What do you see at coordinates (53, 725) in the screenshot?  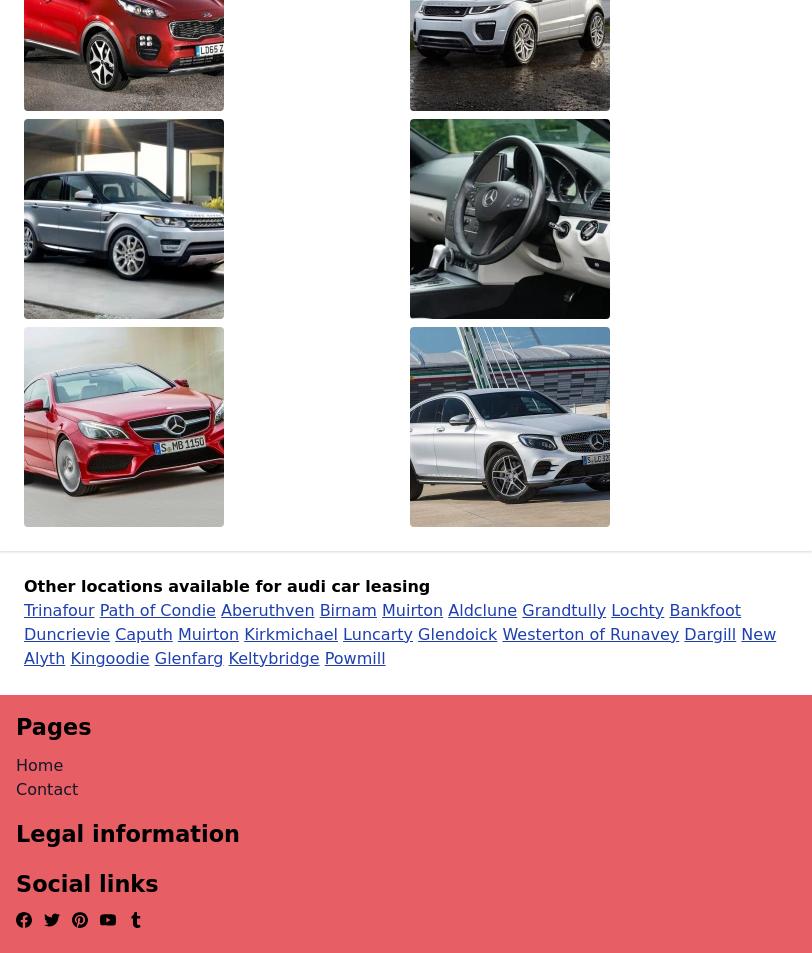 I see `'Pages'` at bounding box center [53, 725].